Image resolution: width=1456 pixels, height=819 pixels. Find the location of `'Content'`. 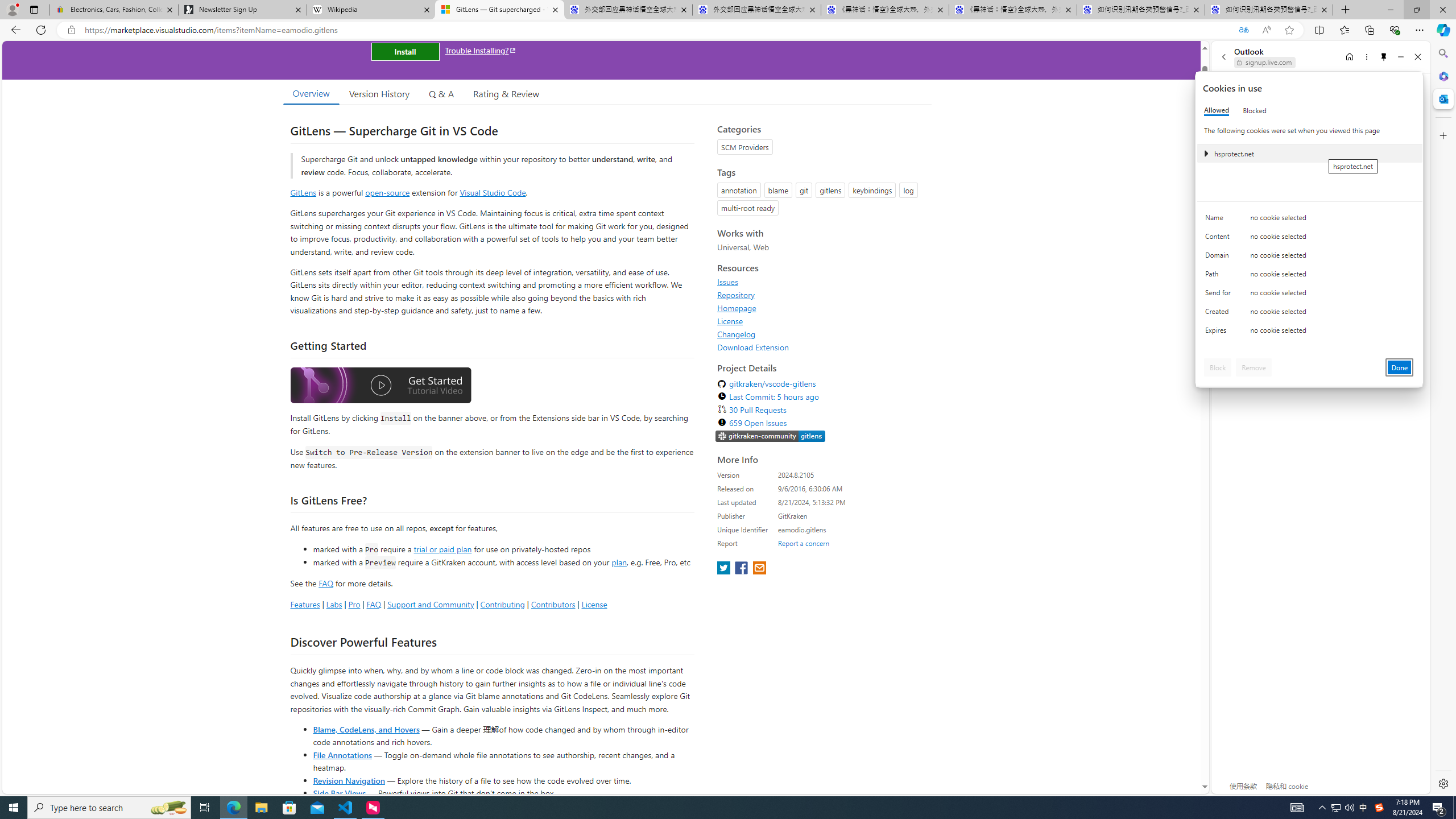

'Content' is located at coordinates (1219, 239).